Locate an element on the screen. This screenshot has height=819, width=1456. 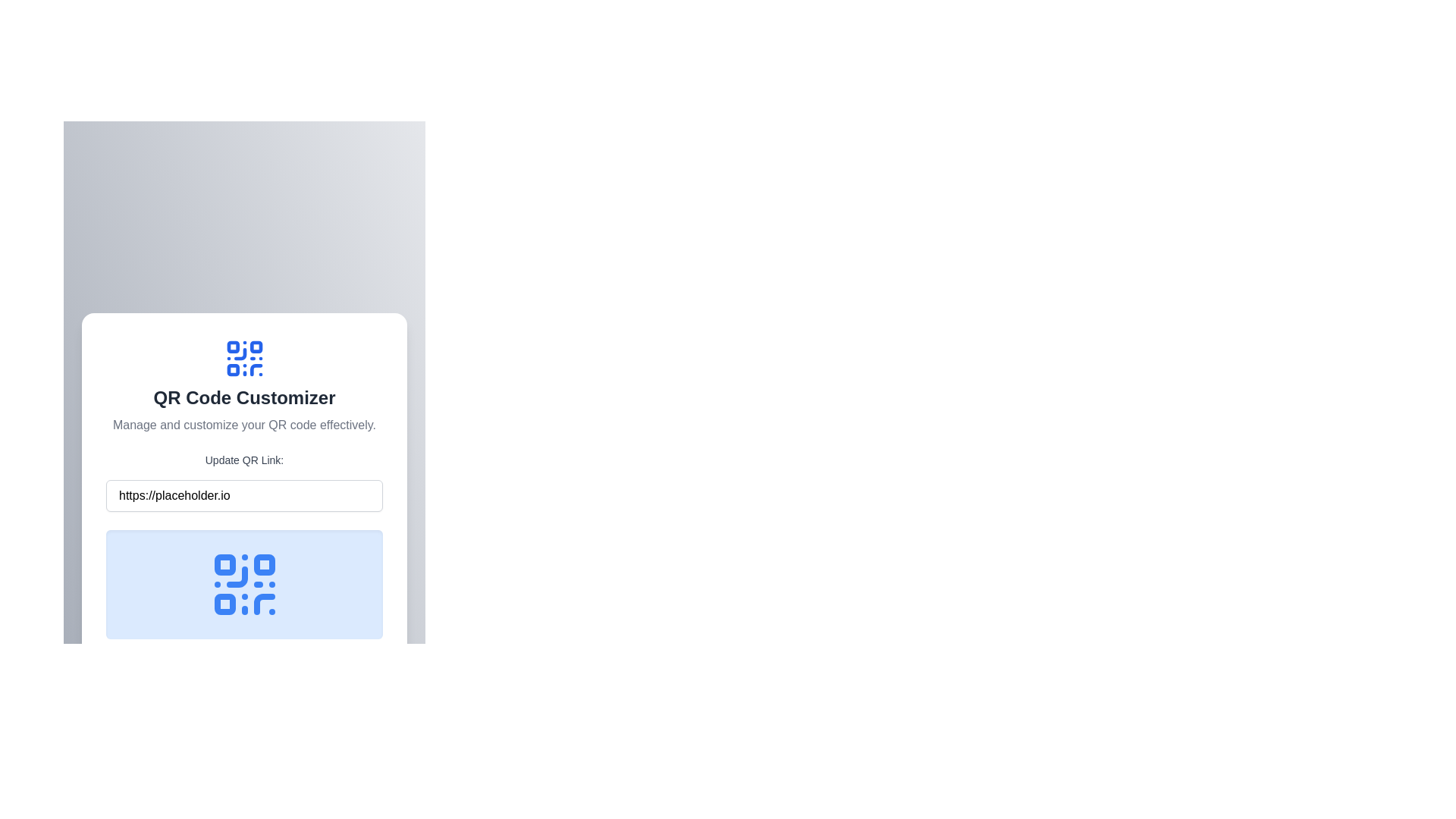
the blue square with rounded corners, which is the second square in the top row of three identical squares in the QR code graphic located at the bottom of the interface is located at coordinates (264, 564).